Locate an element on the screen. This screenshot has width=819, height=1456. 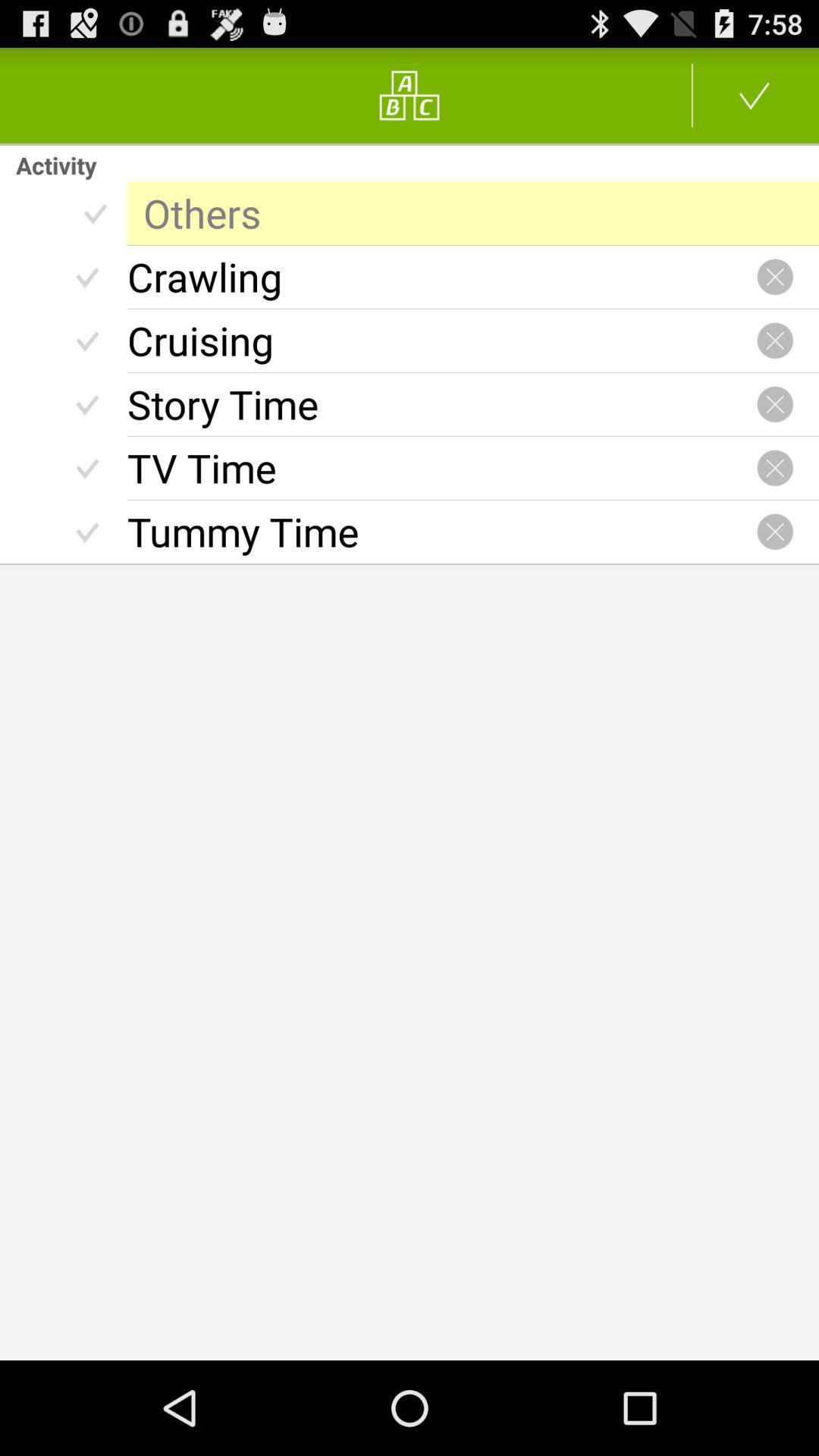
the tummy time is located at coordinates (441, 532).